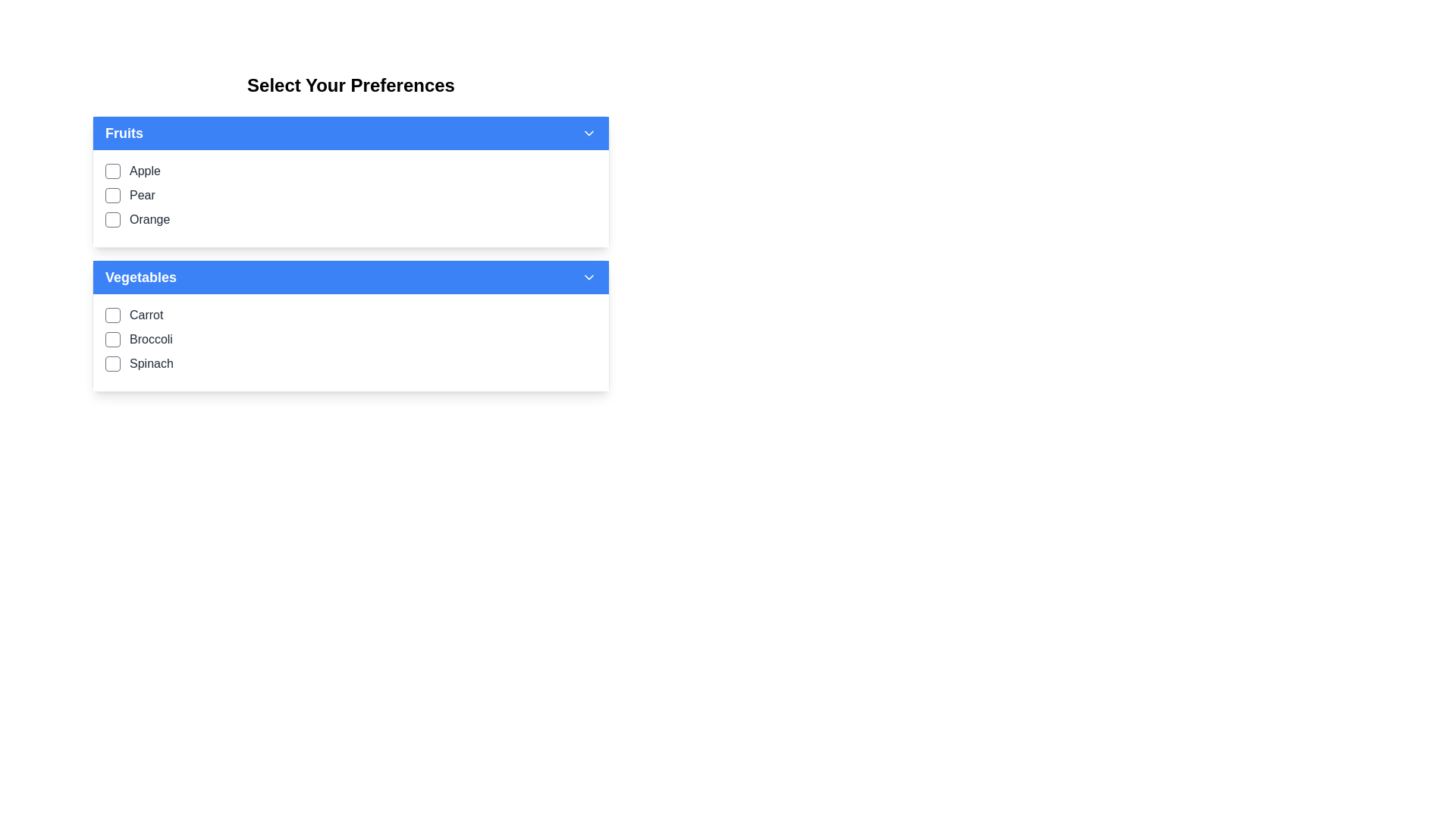 The width and height of the screenshot is (1456, 819). I want to click on the 'Apple' static text label element, which is a black, bold text label displaying 'Apple' positioned next to a checkbox in the 'Fruits' category list, so click(145, 171).